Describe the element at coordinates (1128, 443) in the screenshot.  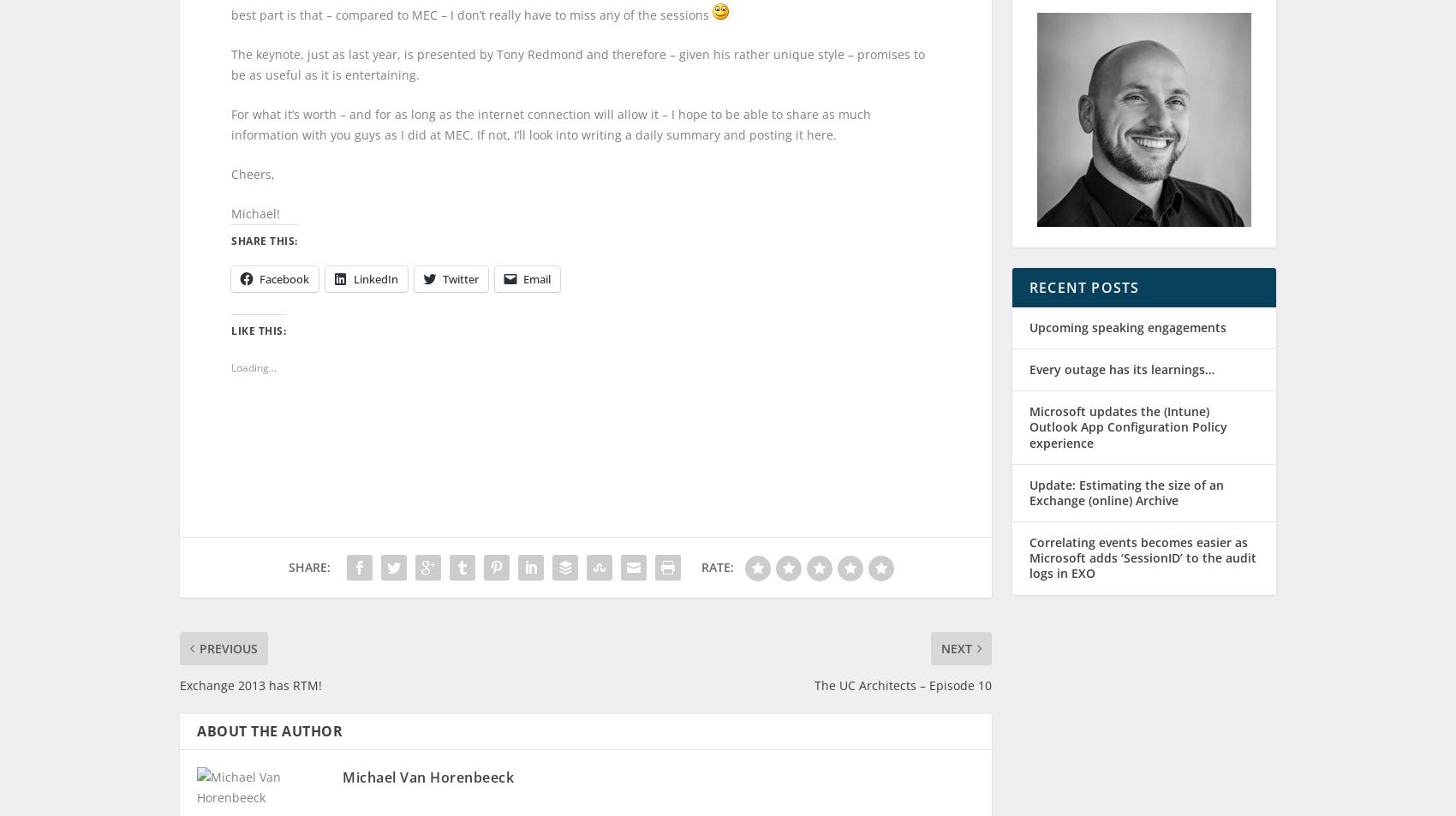
I see `'Microsoft updates the (Intune) Outlook App Configuration Policy experience'` at that location.